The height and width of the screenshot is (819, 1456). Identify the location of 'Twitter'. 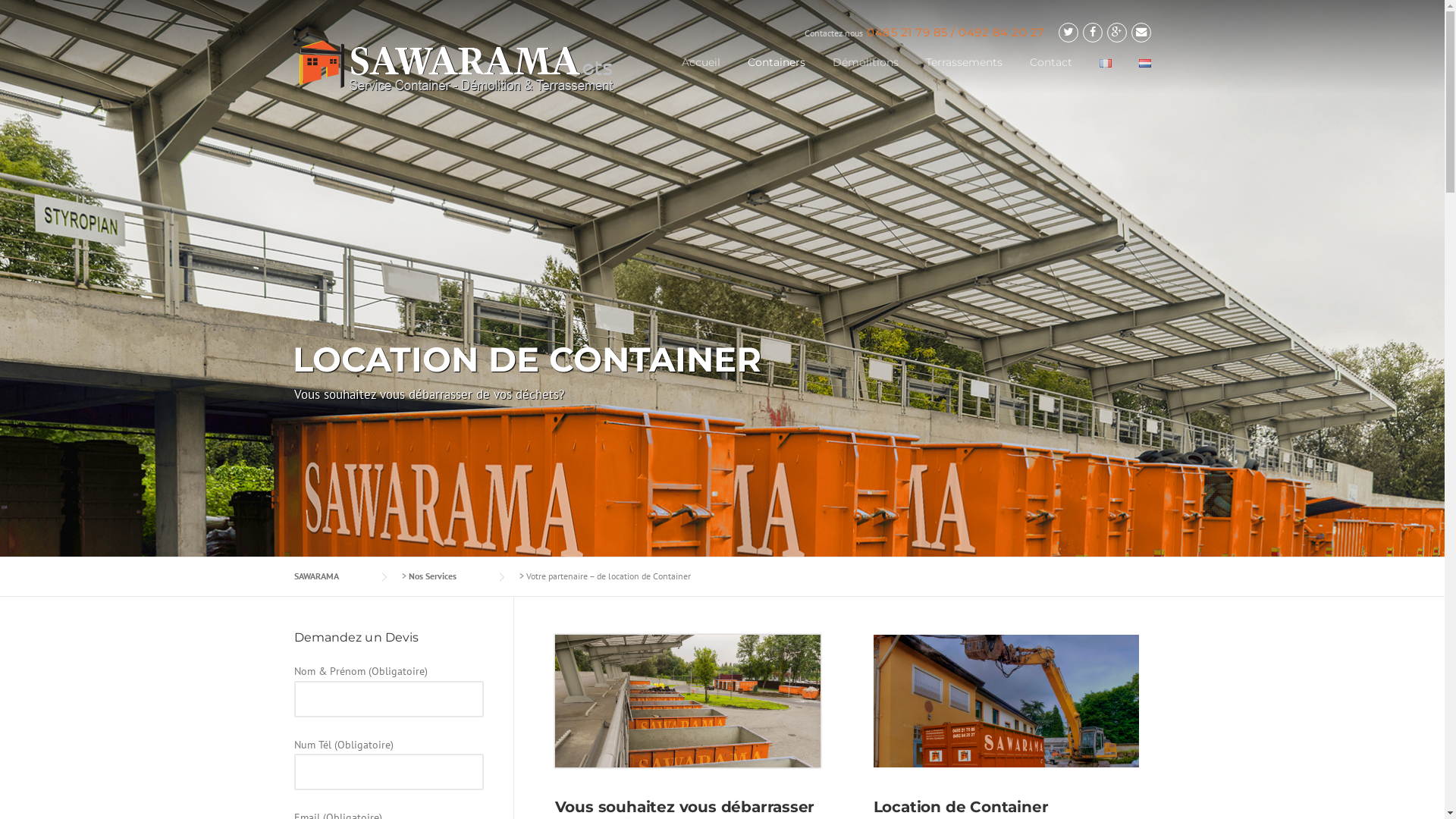
(1068, 32).